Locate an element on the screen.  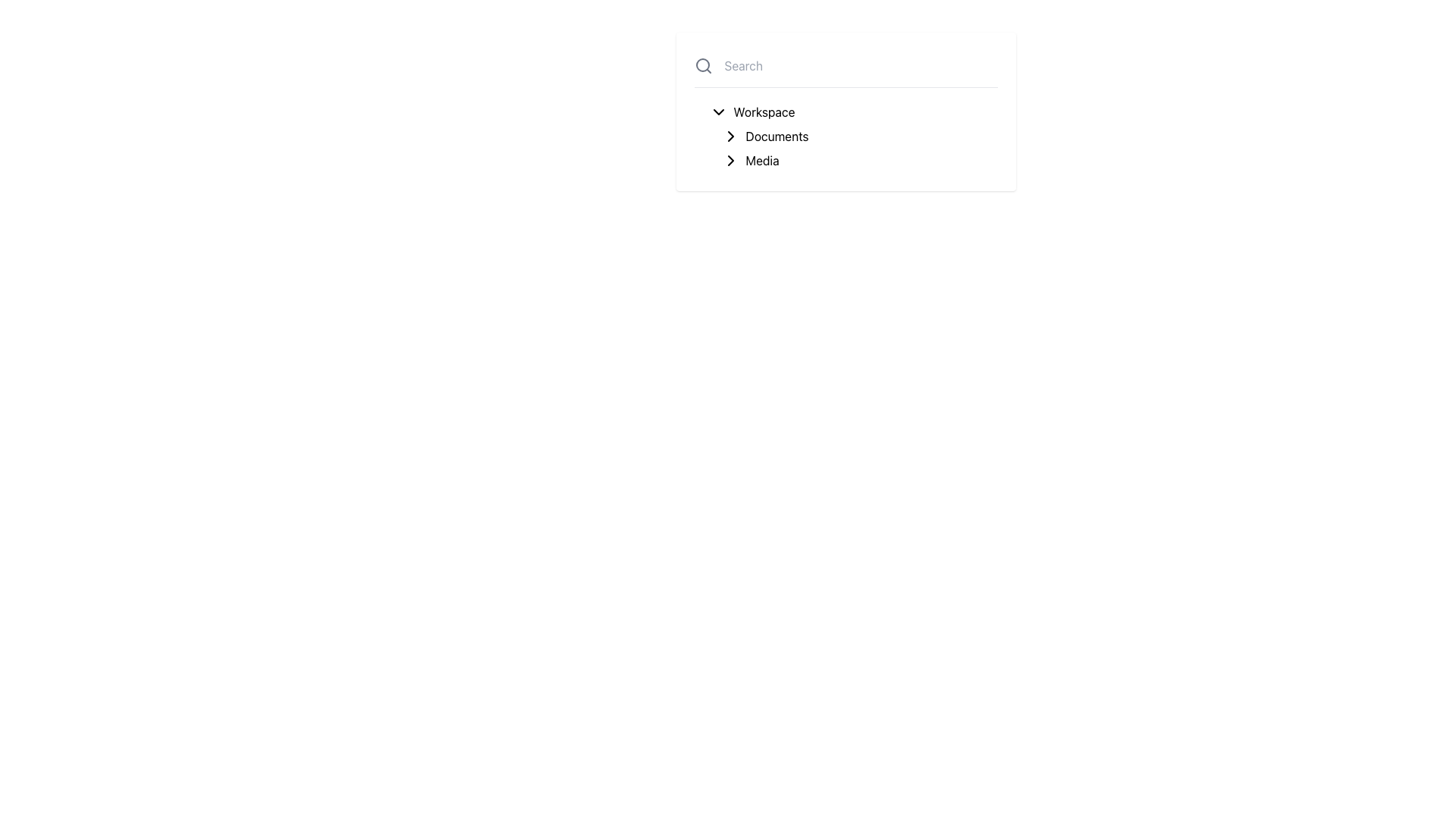
the Chevron Right icon is located at coordinates (730, 136).